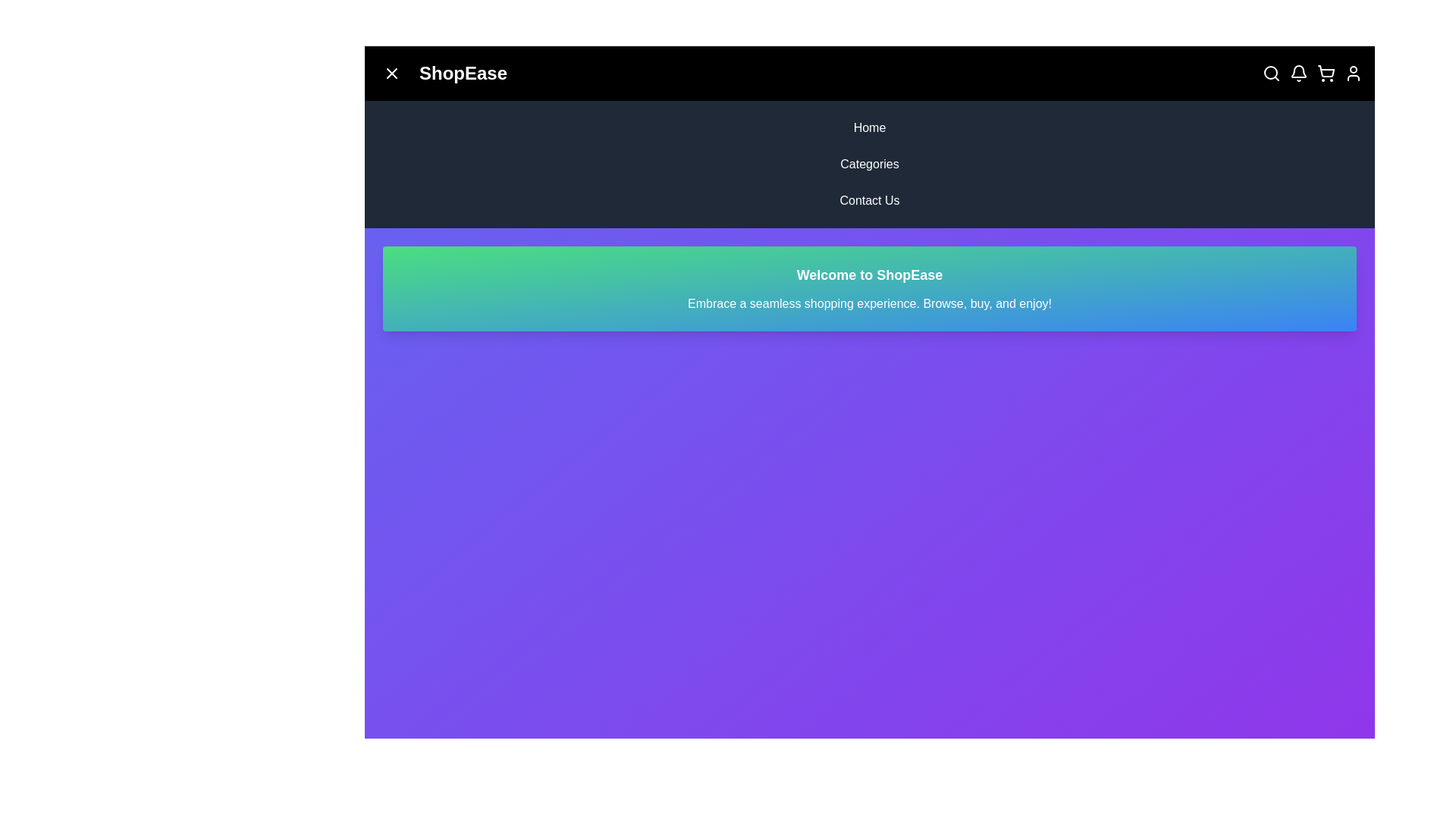  What do you see at coordinates (1325, 73) in the screenshot?
I see `the shopping cart icon to toggle the shopping cart section` at bounding box center [1325, 73].